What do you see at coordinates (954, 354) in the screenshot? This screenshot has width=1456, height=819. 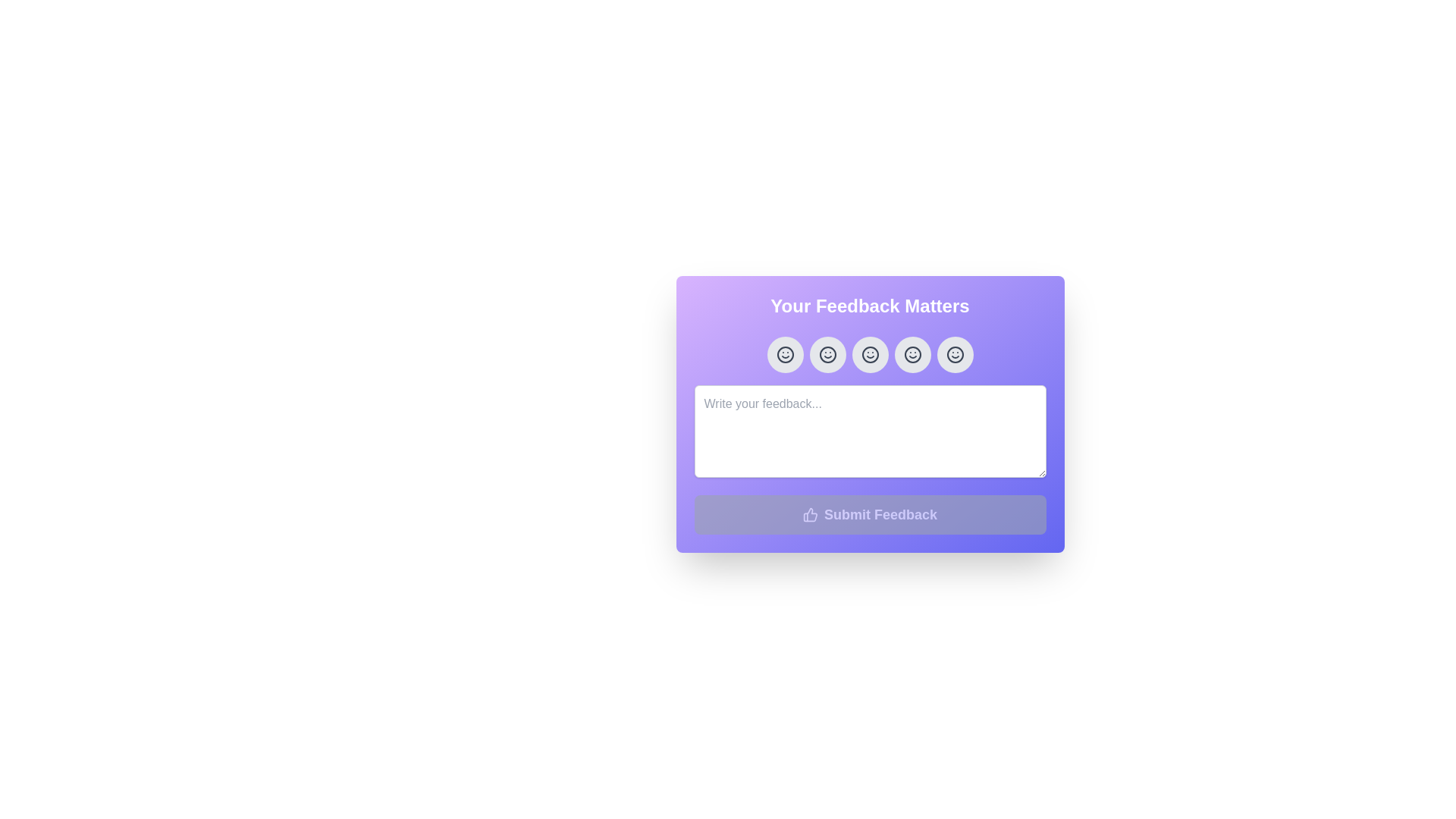 I see `the central circle representing the nose of the smiley face icon in the fifth position of the row of horizontally aligned smiley face icons, located near the top-center of the feedback form` at bounding box center [954, 354].